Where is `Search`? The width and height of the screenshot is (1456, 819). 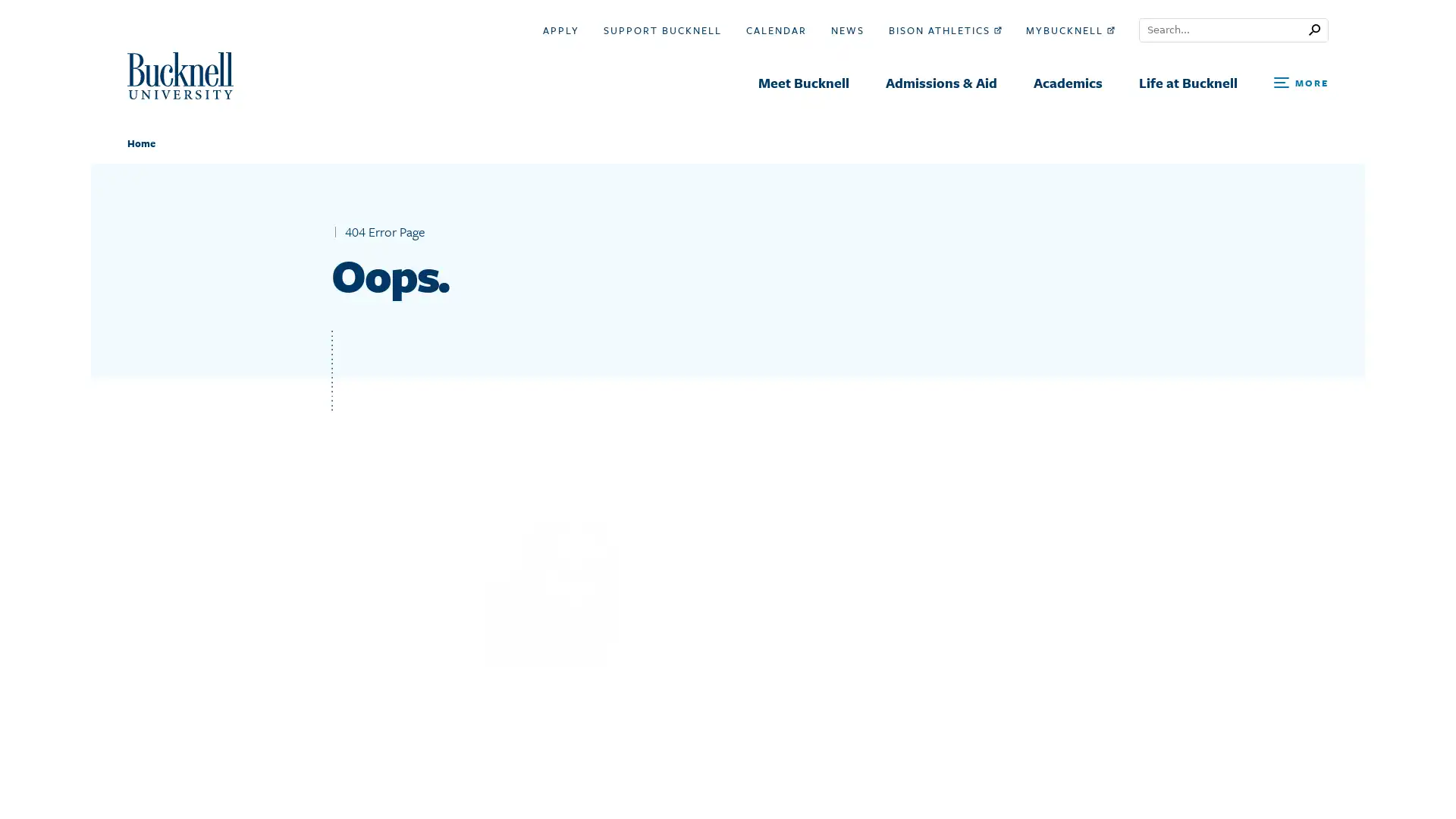 Search is located at coordinates (945, 797).